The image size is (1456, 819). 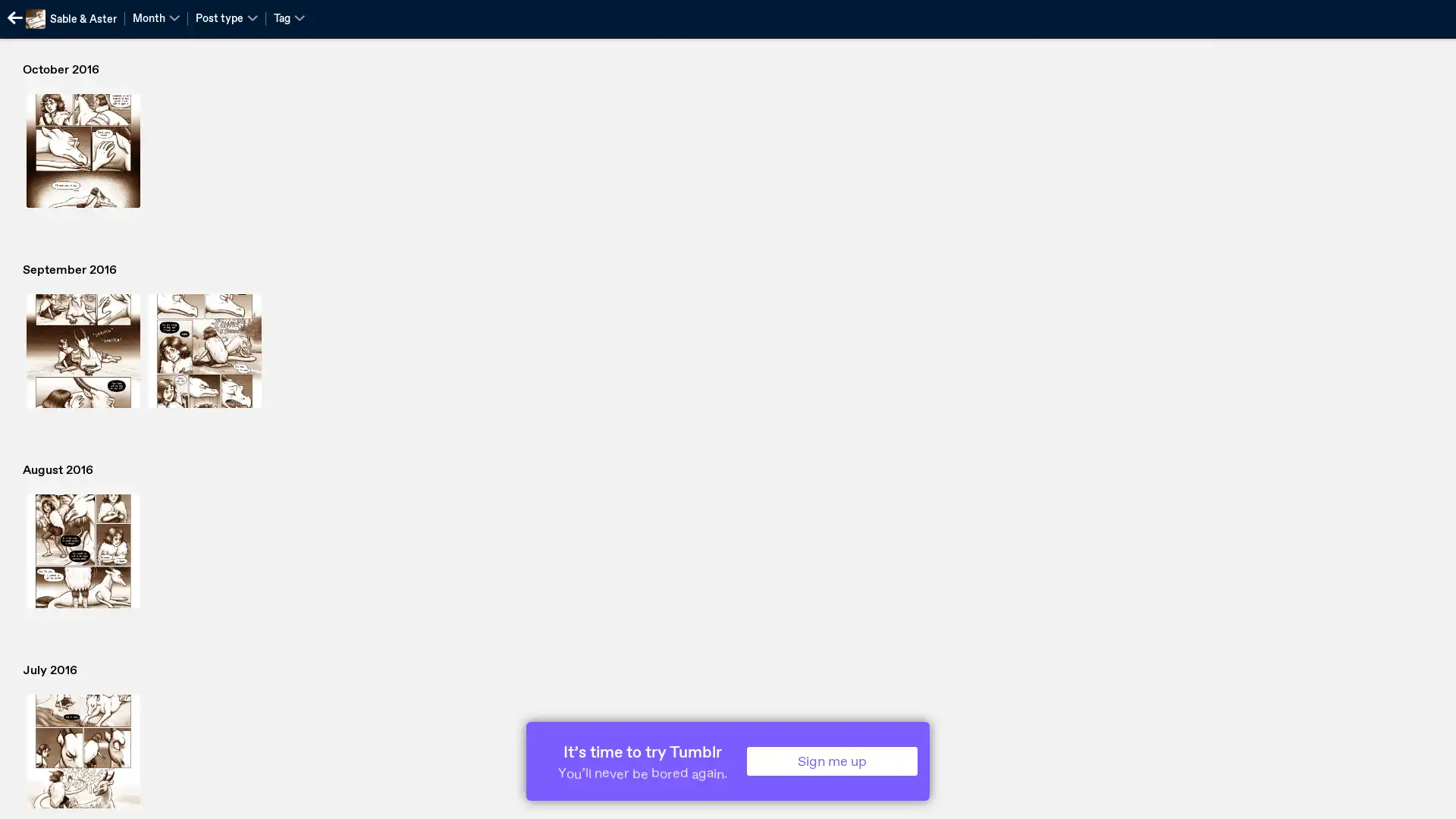 What do you see at coordinates (156, 17) in the screenshot?
I see `Month` at bounding box center [156, 17].